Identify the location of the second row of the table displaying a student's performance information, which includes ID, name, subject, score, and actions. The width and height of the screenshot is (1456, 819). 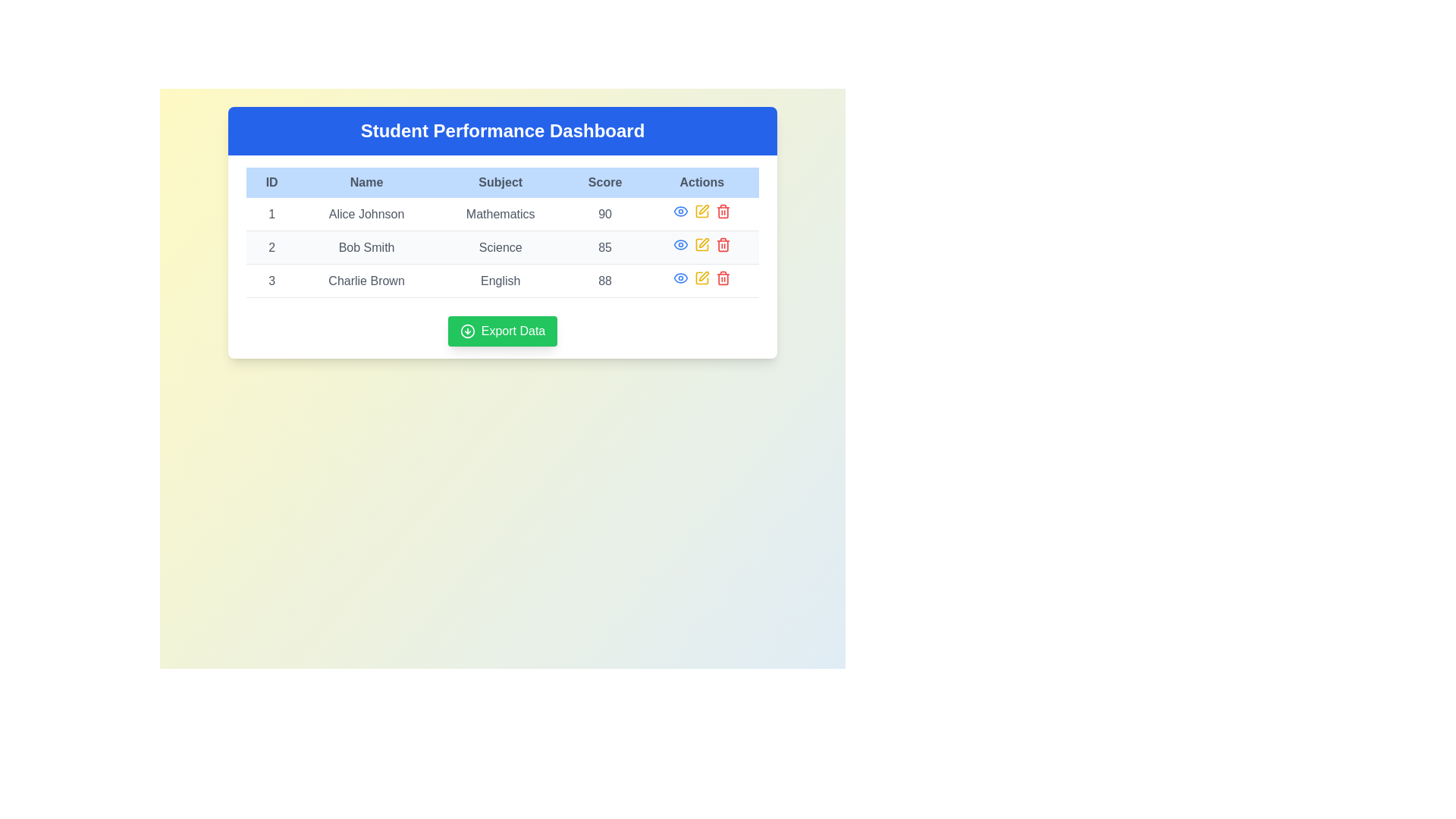
(502, 256).